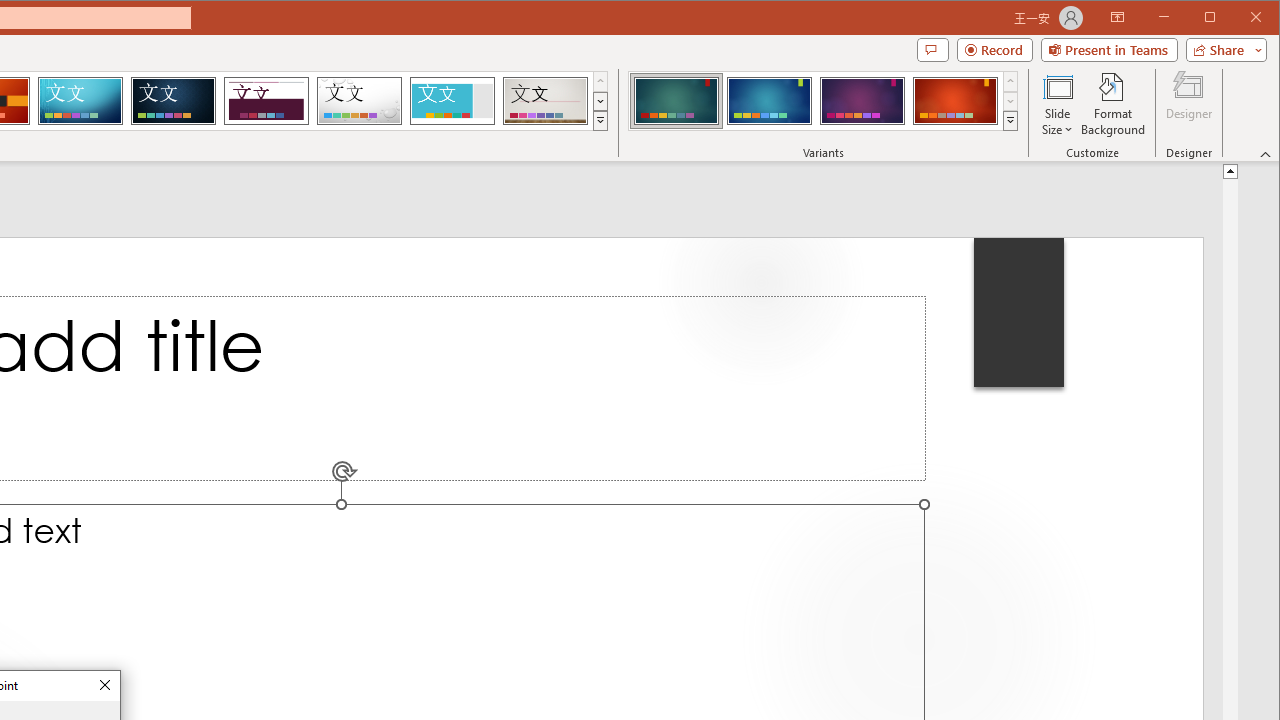 The height and width of the screenshot is (720, 1280). Describe the element at coordinates (599, 120) in the screenshot. I see `'Themes'` at that location.